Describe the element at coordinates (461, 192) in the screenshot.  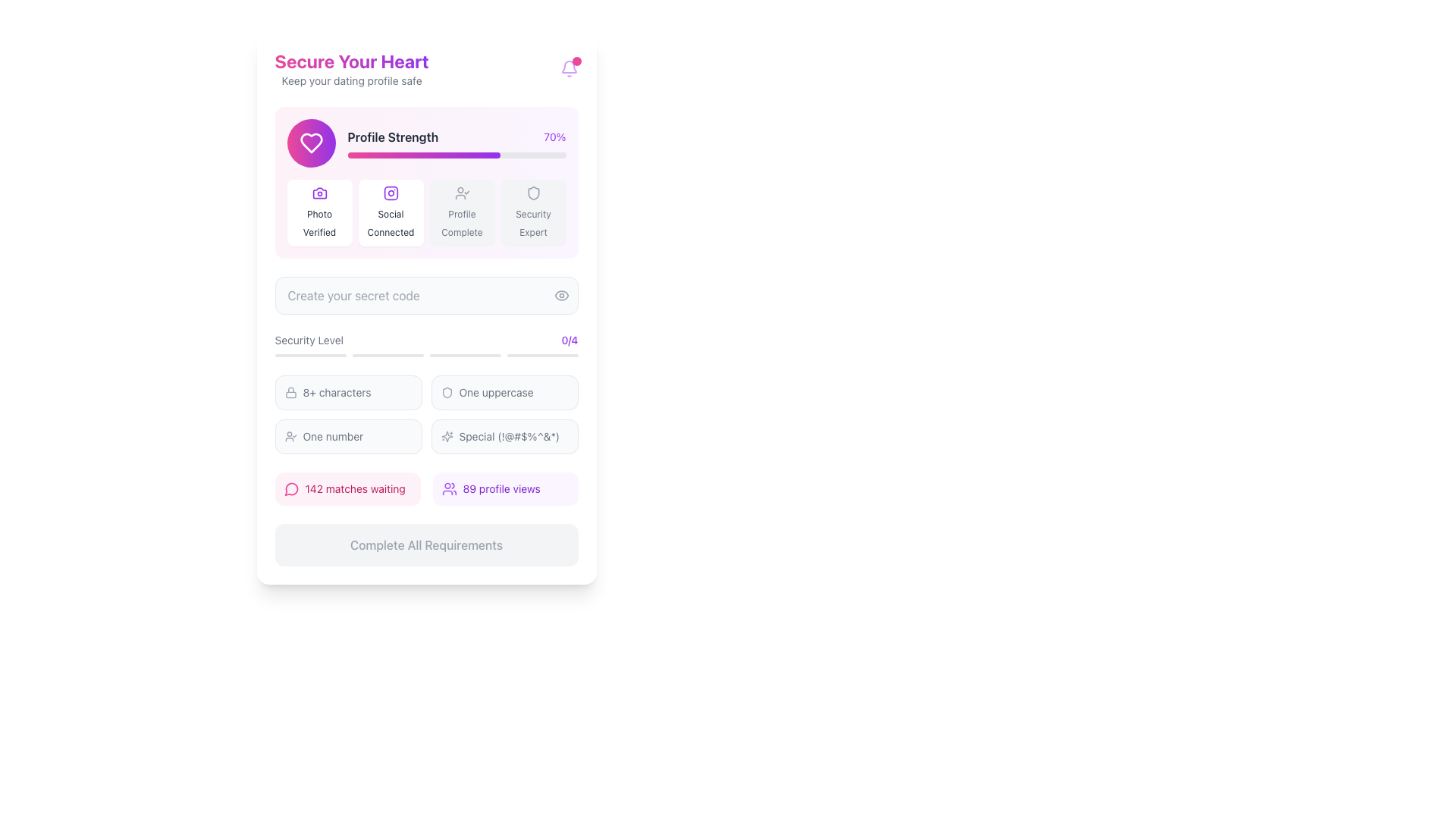
I see `the profile status icon, which is the fourth button in a horizontal row of five above the 'Create your secret code' section` at that location.